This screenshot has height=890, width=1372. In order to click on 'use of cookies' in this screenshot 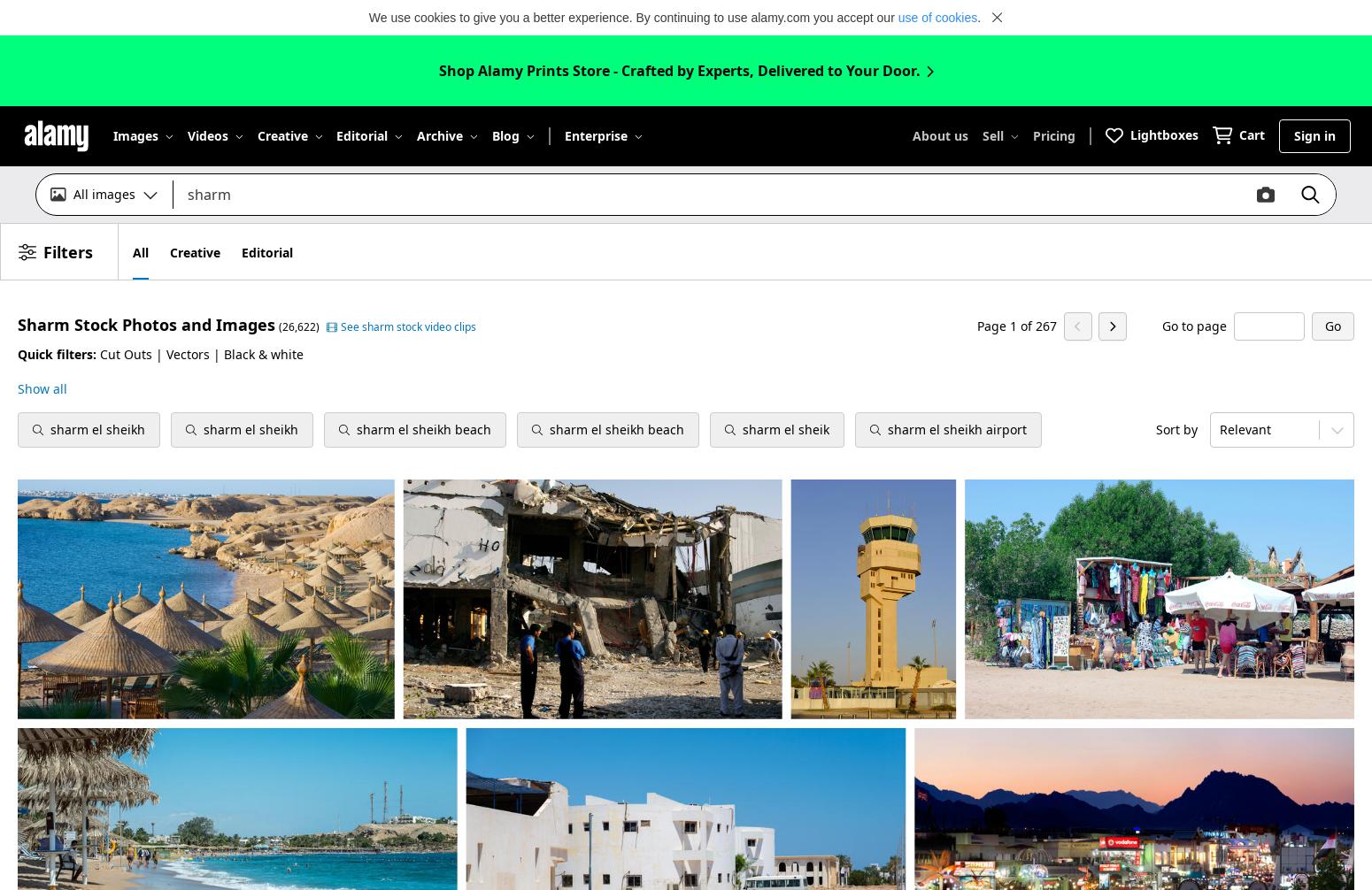, I will do `click(898, 18)`.